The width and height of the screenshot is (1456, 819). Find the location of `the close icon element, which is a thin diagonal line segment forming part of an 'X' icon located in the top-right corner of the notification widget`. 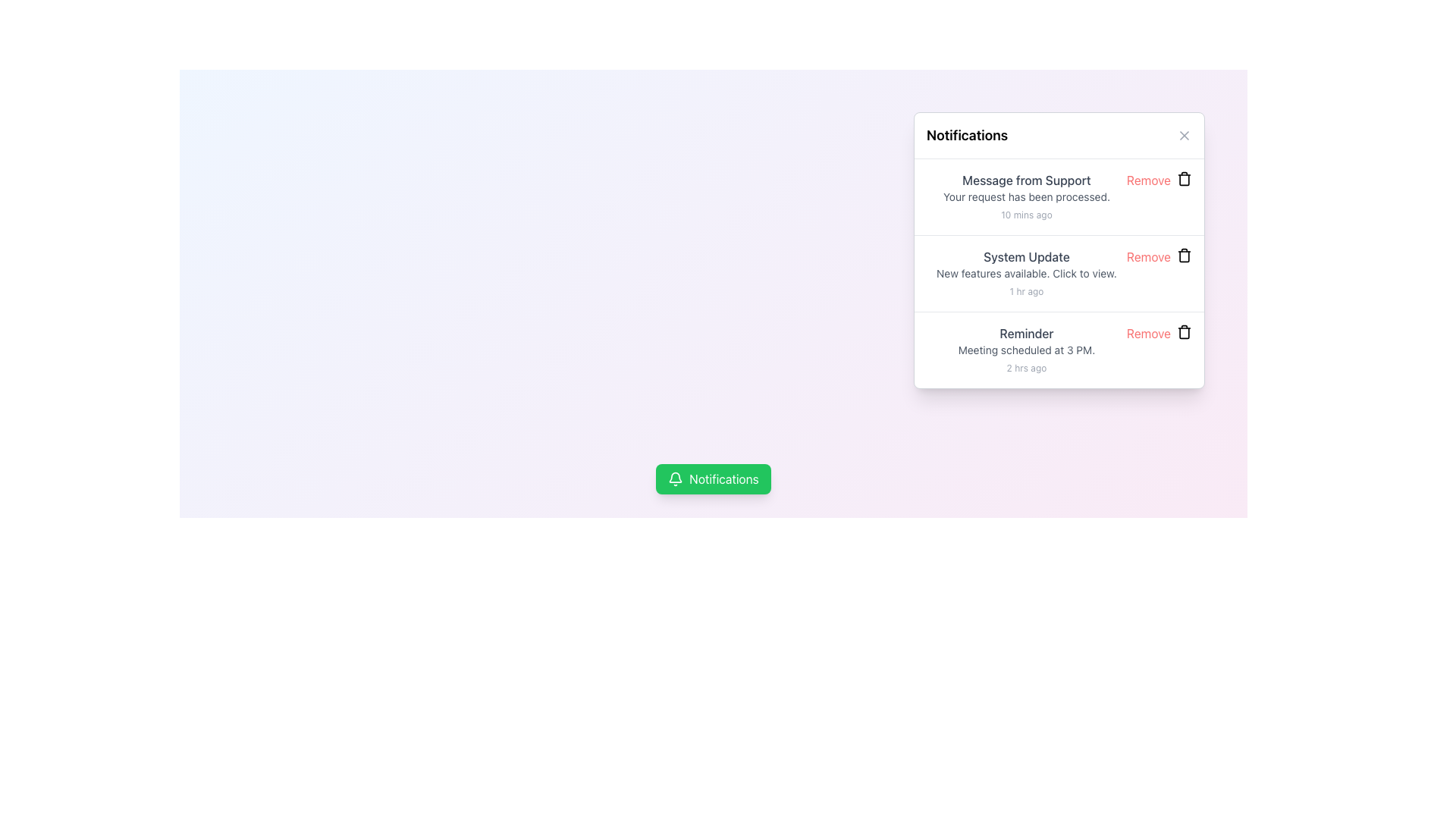

the close icon element, which is a thin diagonal line segment forming part of an 'X' icon located in the top-right corner of the notification widget is located at coordinates (1183, 134).